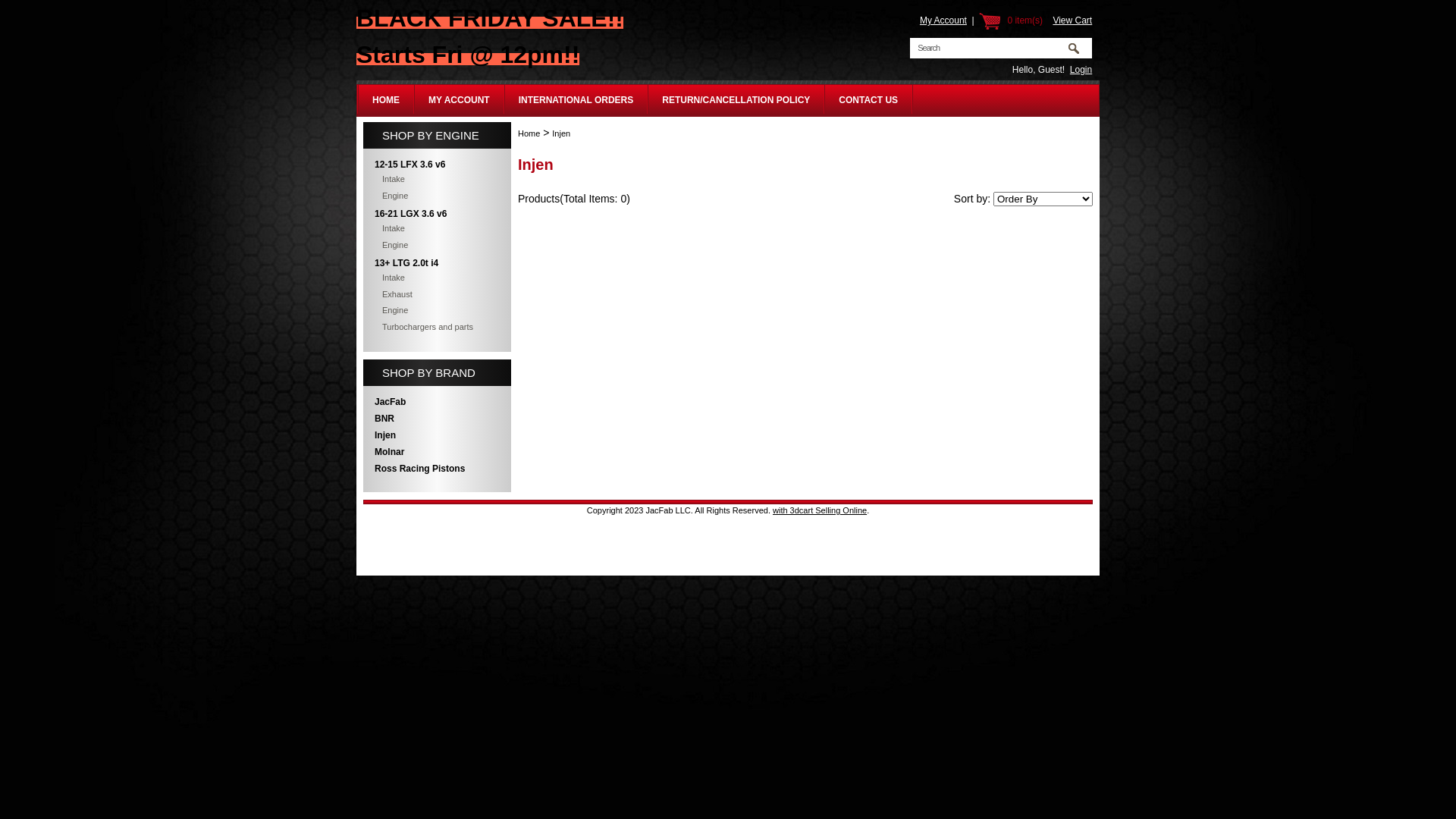 The width and height of the screenshot is (1456, 819). Describe the element at coordinates (362, 418) in the screenshot. I see `'BNR'` at that location.